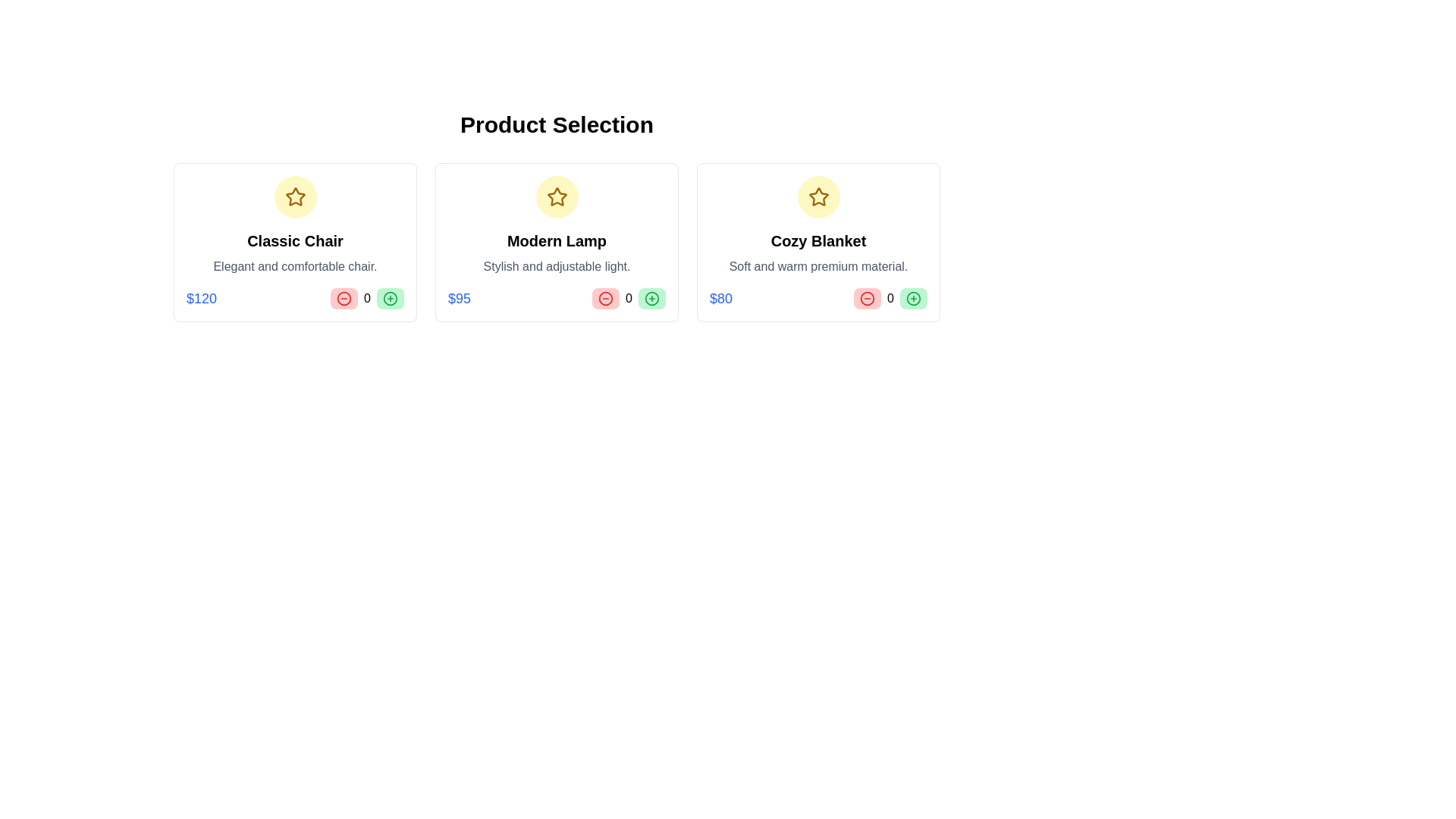 The image size is (1456, 819). What do you see at coordinates (295, 242) in the screenshot?
I see `product name and description from the Classic Chair product card, which is the first card in a row of three within the grid layout` at bounding box center [295, 242].